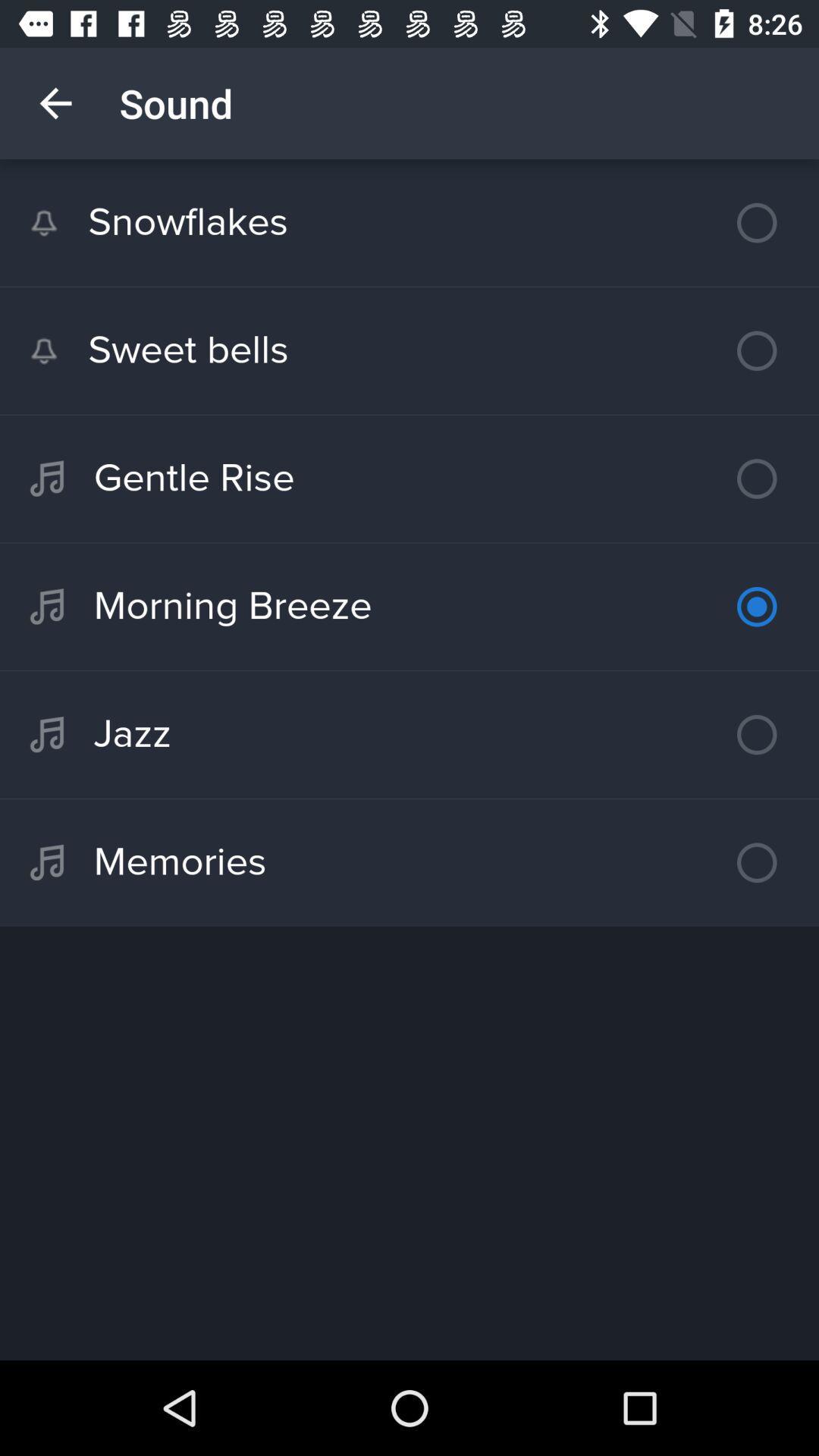 The image size is (819, 1456). Describe the element at coordinates (409, 221) in the screenshot. I see `the icon above sweet bells` at that location.